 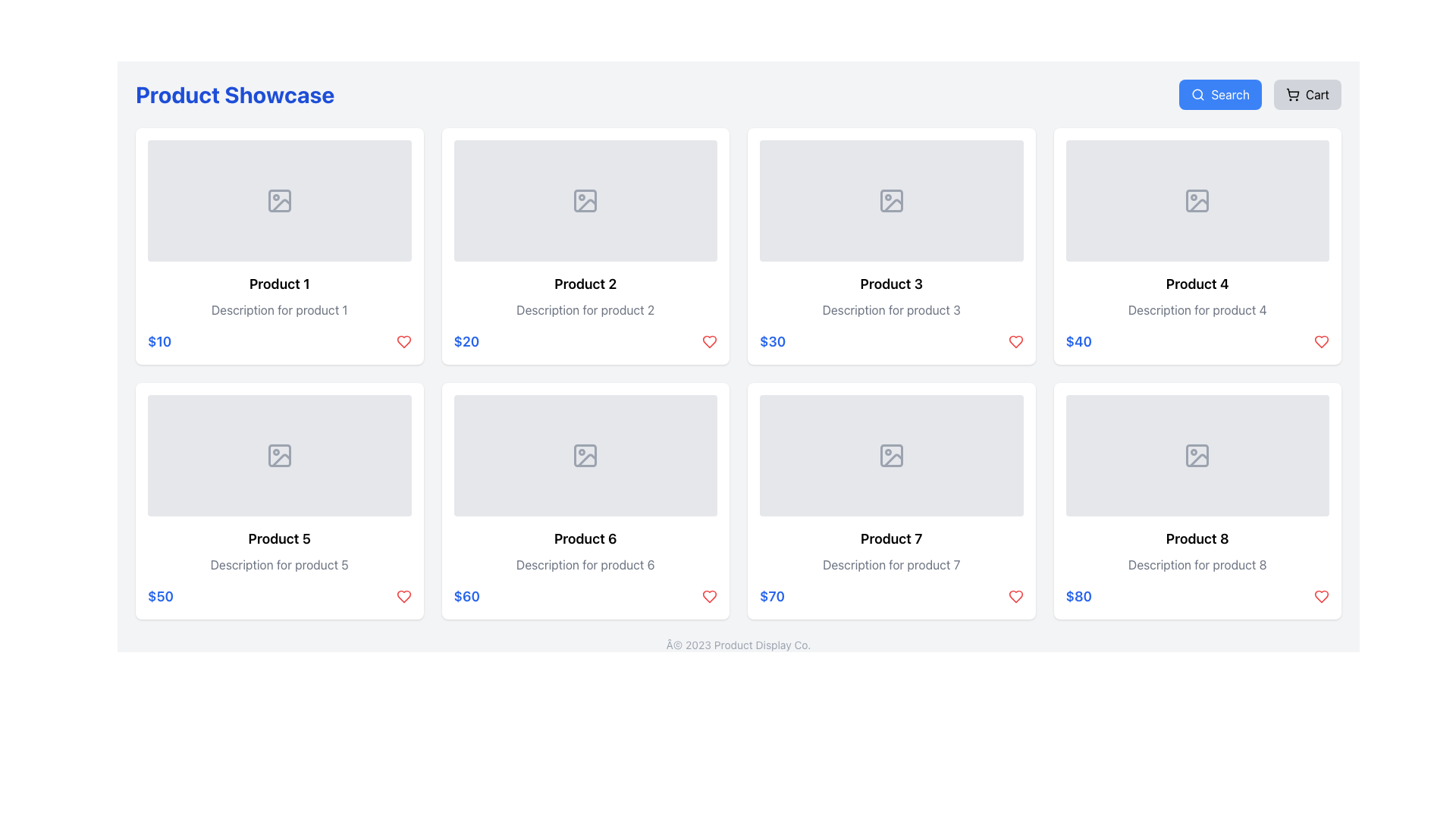 What do you see at coordinates (403, 342) in the screenshot?
I see `the heart-shaped icon outlined in red, which symbolizes a 'favorite' or 'like' action, positioned at the bottom-right corner of the first product card` at bounding box center [403, 342].